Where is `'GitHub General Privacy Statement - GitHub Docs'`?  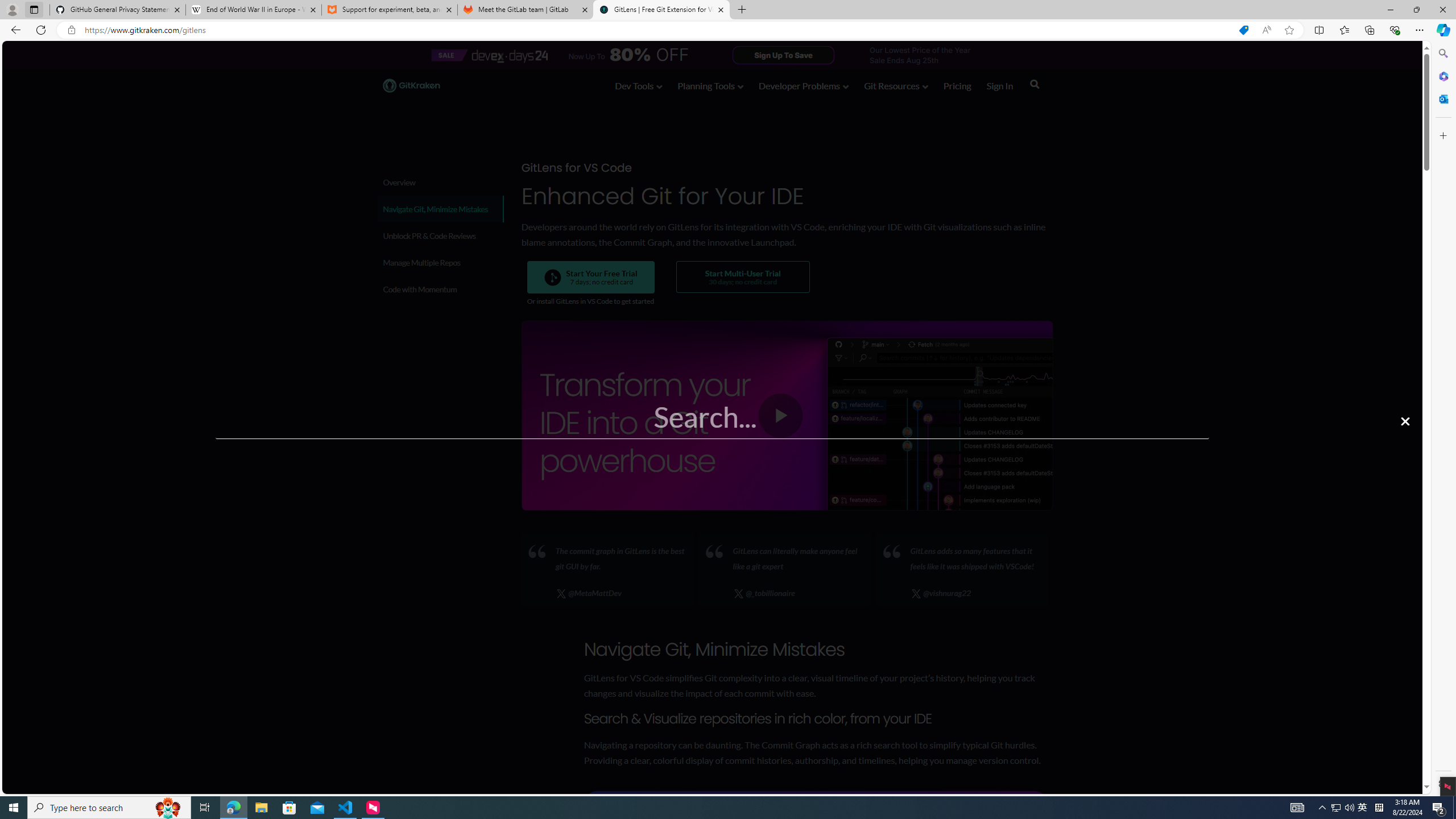
'GitHub General Privacy Statement - GitHub Docs' is located at coordinates (118, 9).